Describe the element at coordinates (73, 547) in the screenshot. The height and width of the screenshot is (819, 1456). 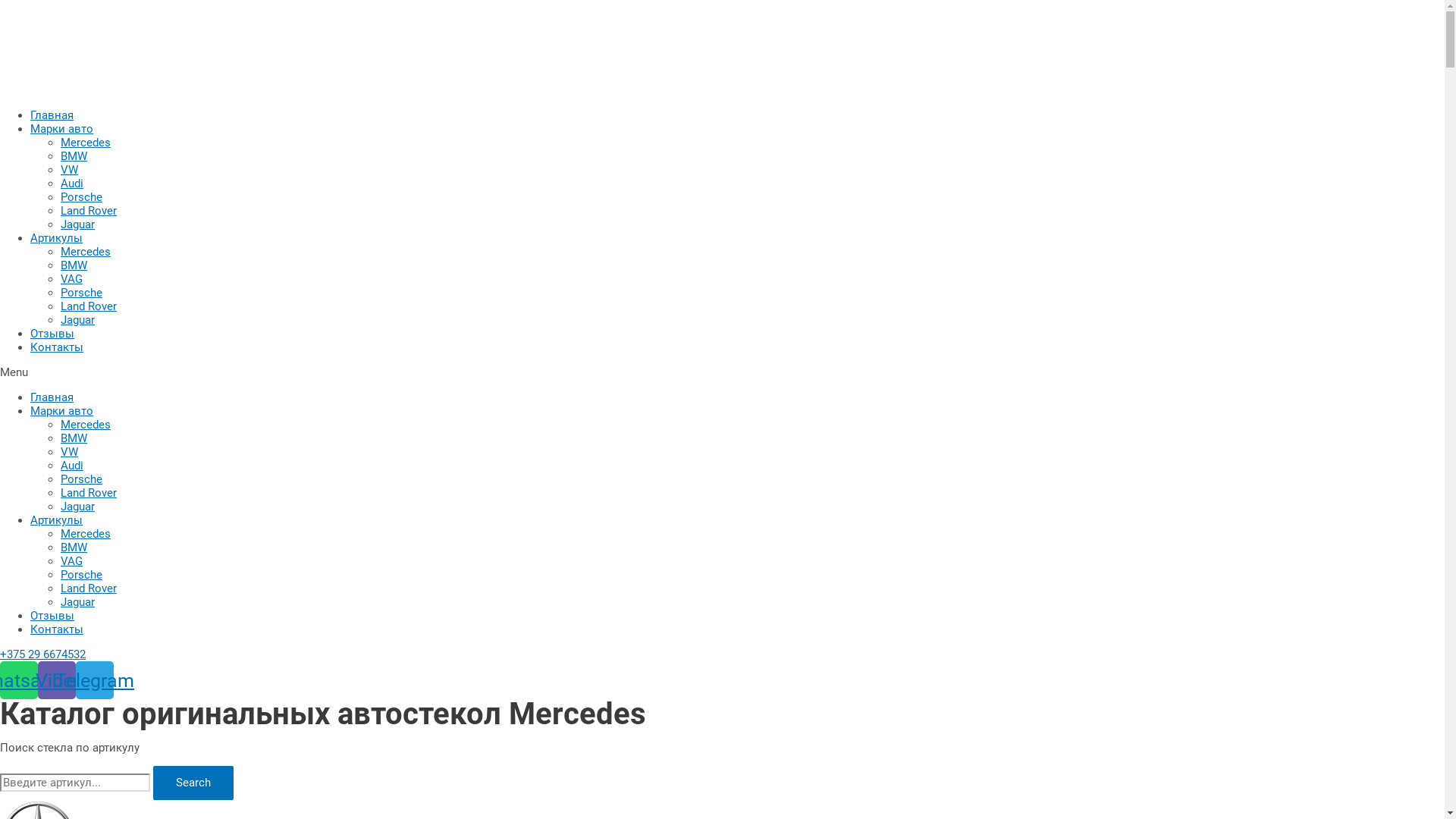
I see `'BMW'` at that location.